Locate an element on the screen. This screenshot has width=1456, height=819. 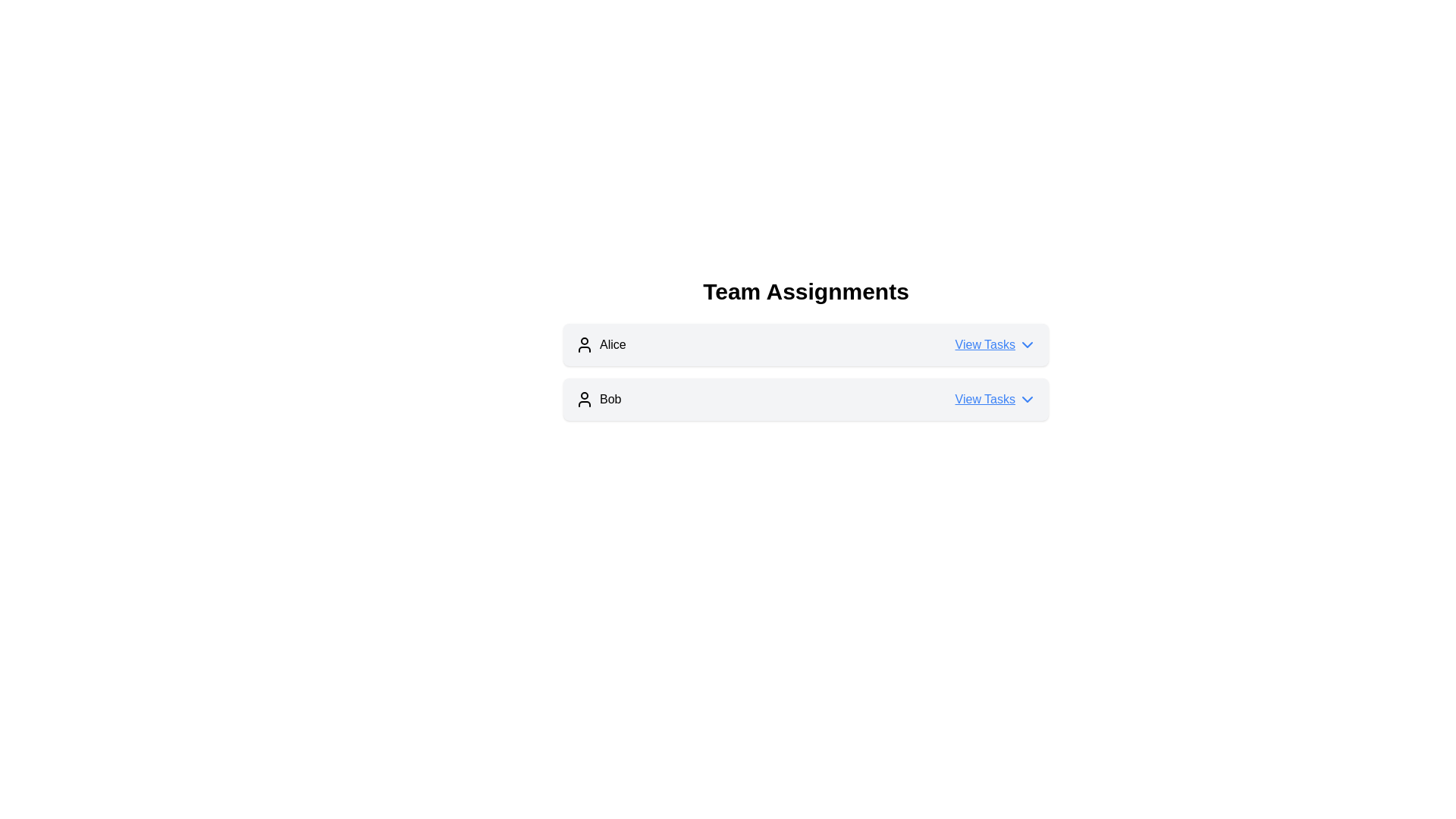
the text 'Alice' styled in black, which is located to the right of a user icon in the first row of a vertically arranged list is located at coordinates (613, 345).